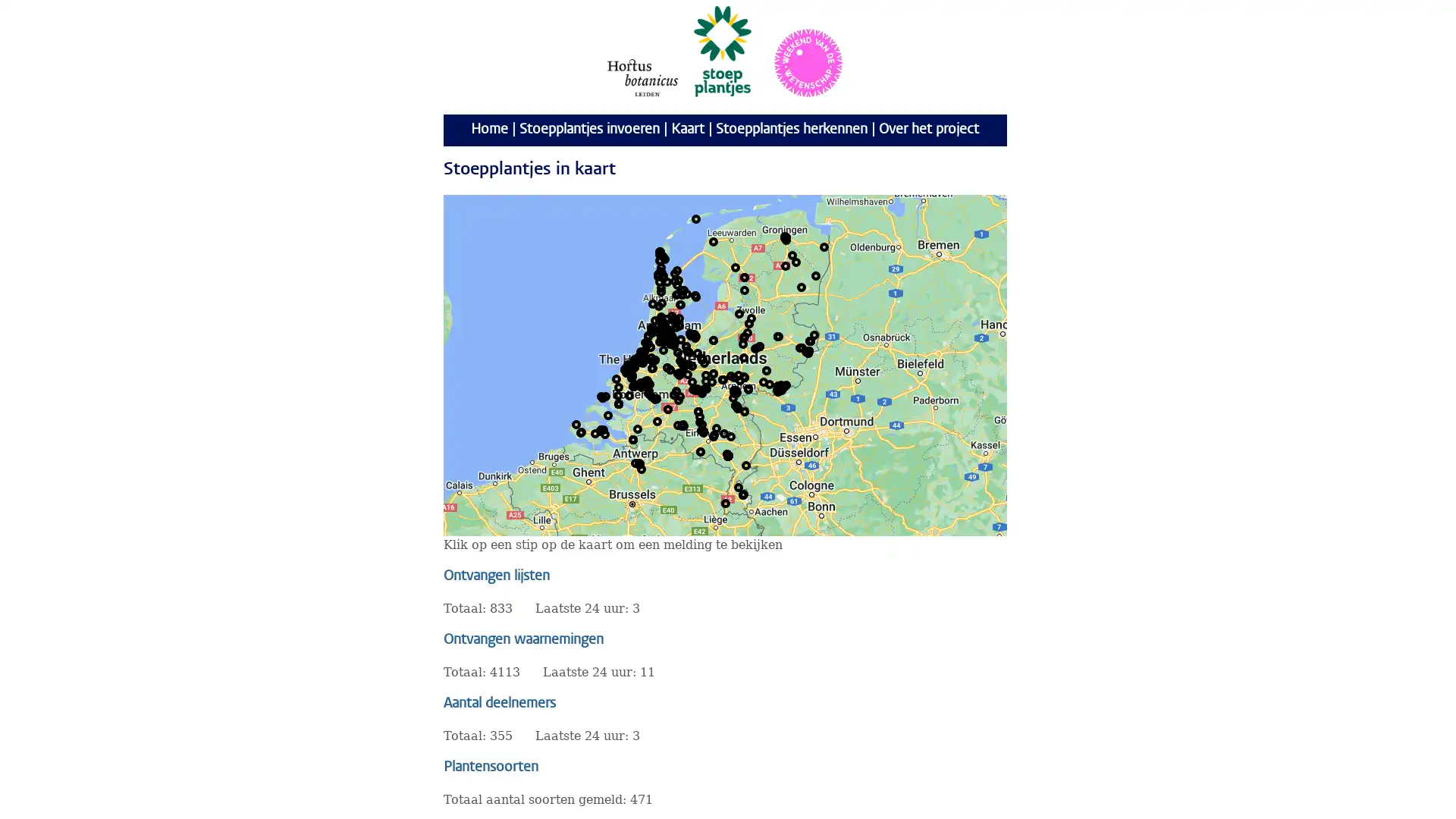 The image size is (1456, 819). Describe the element at coordinates (667, 337) in the screenshot. I see `Telling van Ria Simon op 07 oktober 2021` at that location.